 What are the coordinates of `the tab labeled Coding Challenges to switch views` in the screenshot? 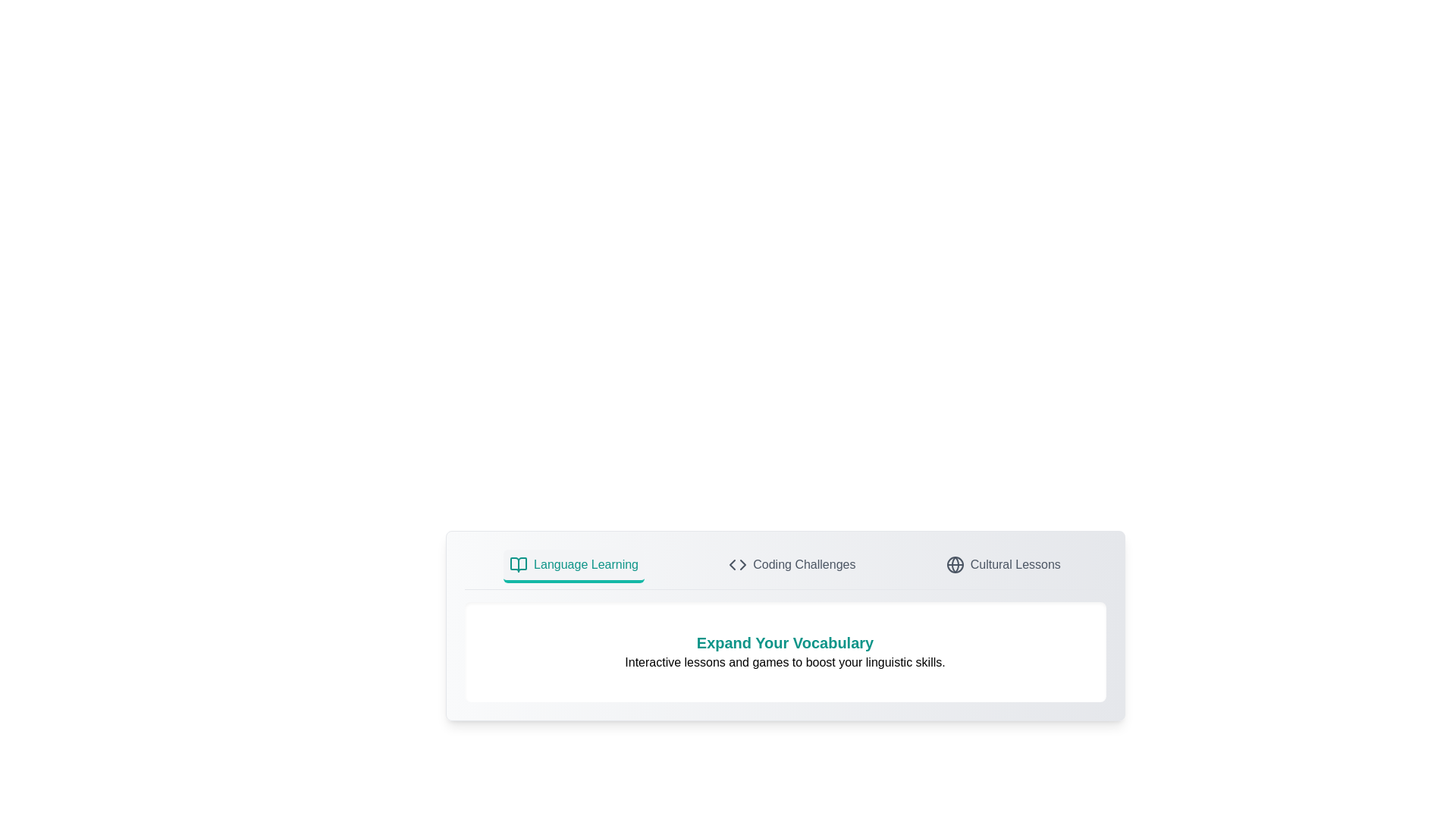 It's located at (791, 566).